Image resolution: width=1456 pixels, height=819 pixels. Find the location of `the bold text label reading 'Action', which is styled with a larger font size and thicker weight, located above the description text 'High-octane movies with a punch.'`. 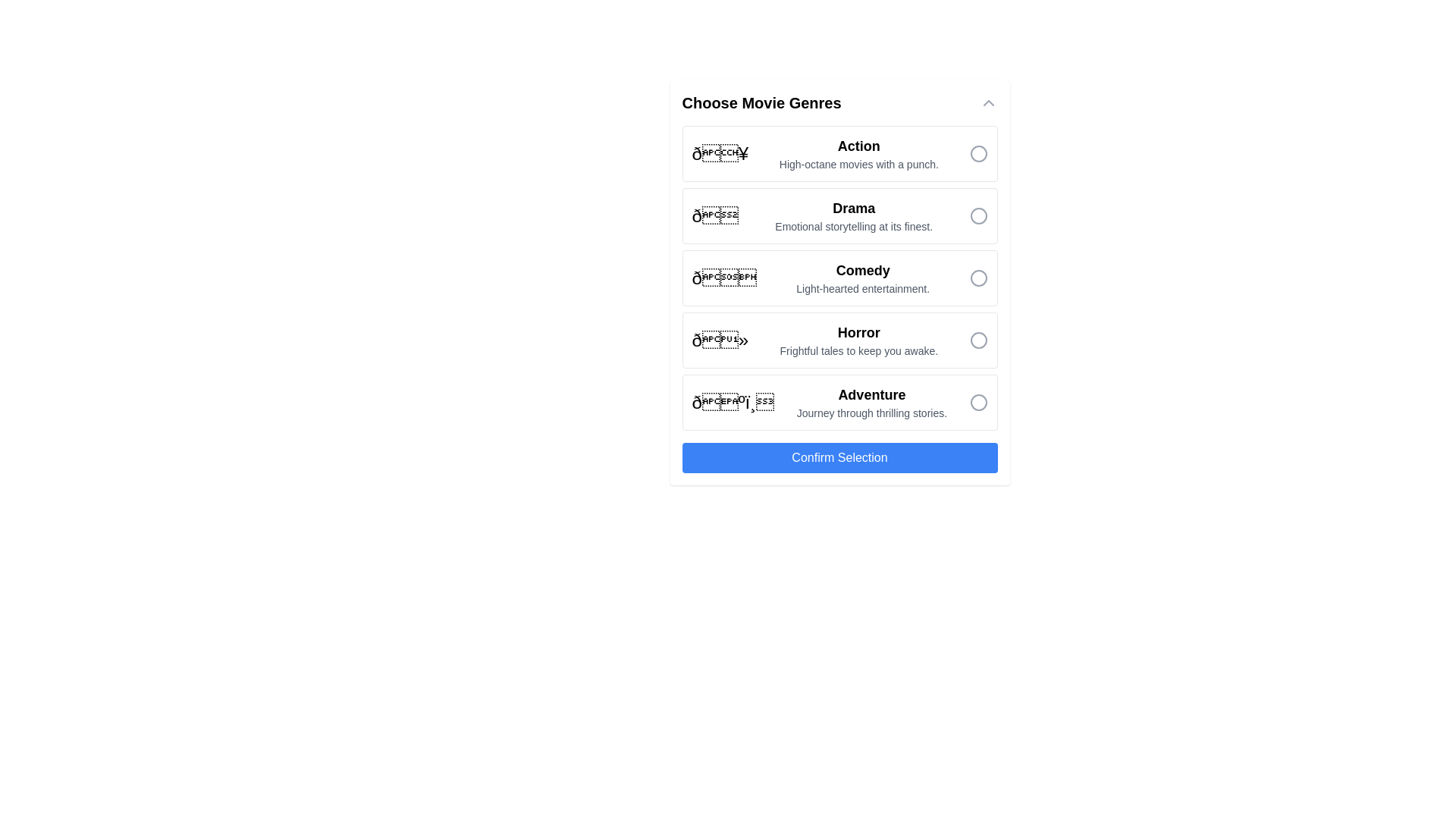

the bold text label reading 'Action', which is styled with a larger font size and thicker weight, located above the description text 'High-octane movies with a punch.' is located at coordinates (858, 146).